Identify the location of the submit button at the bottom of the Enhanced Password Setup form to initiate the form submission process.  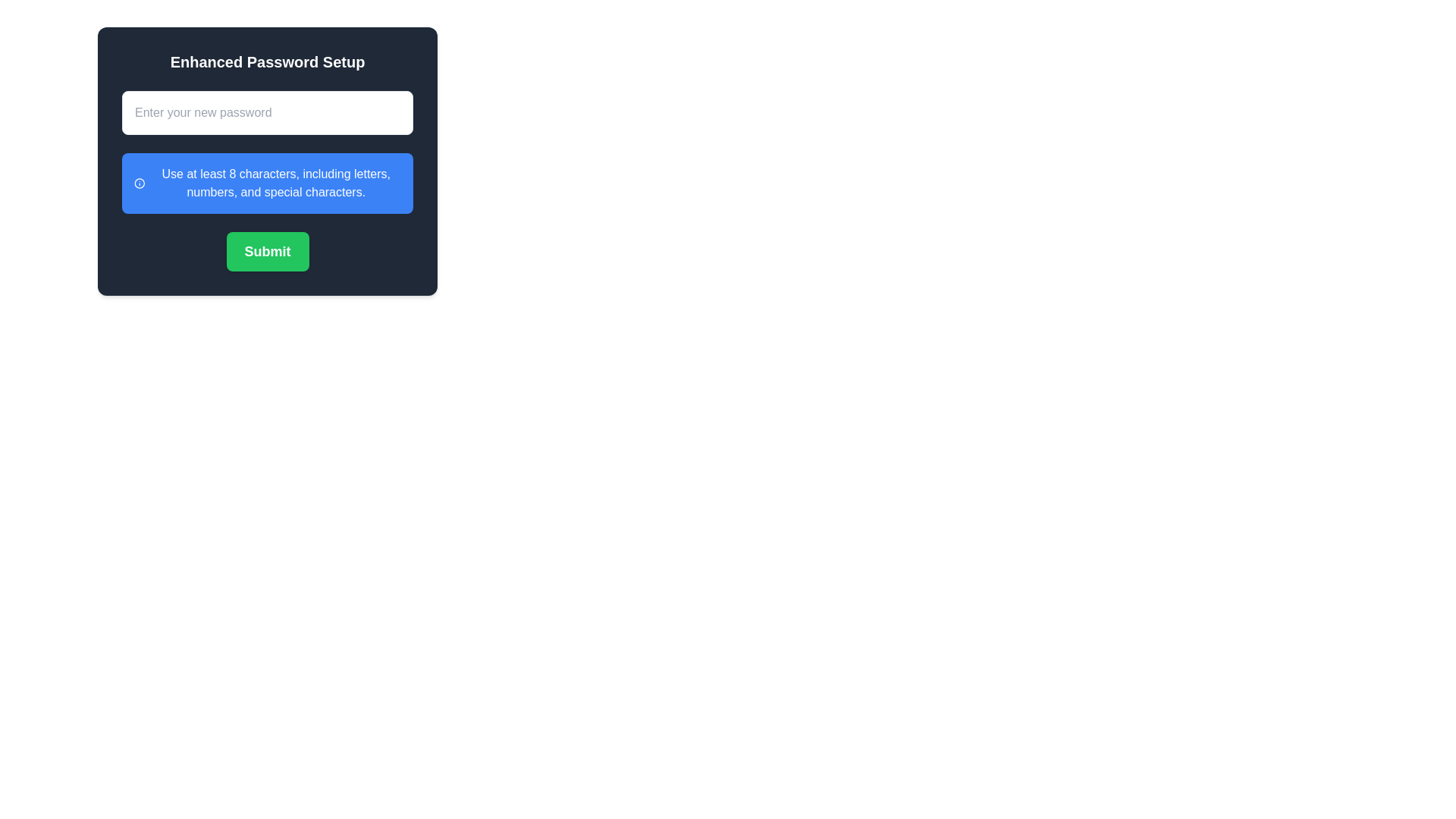
(268, 250).